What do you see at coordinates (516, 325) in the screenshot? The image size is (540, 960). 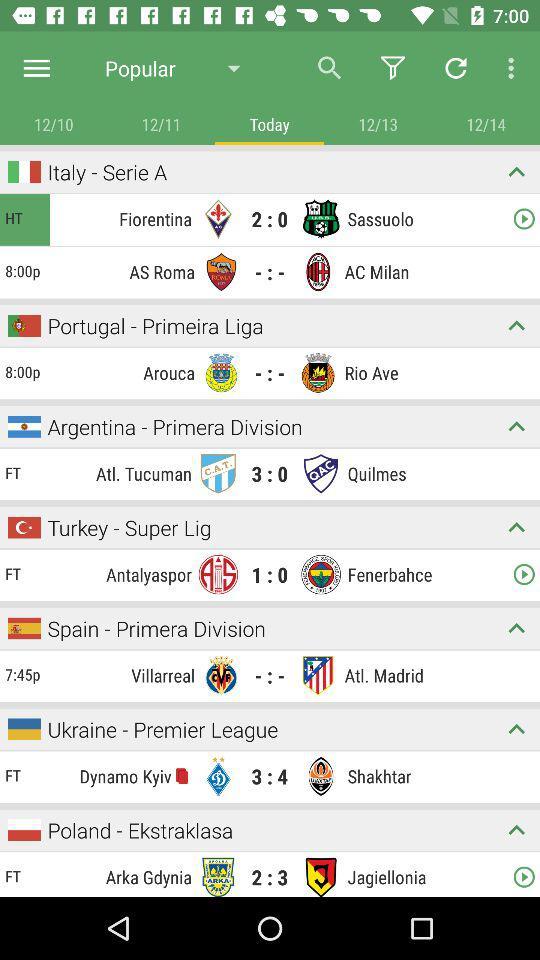 I see `hide team` at bounding box center [516, 325].